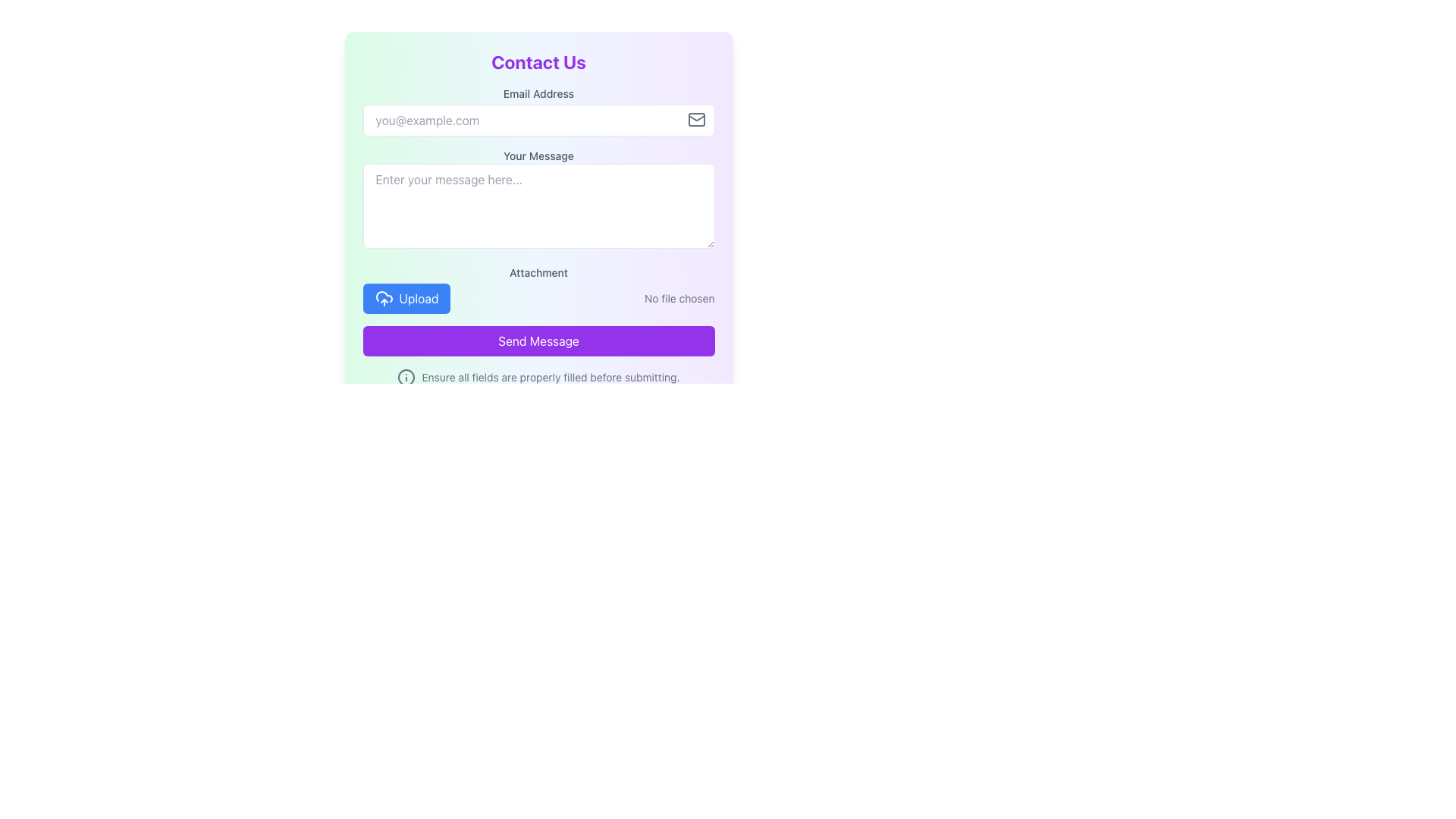 The image size is (1456, 819). Describe the element at coordinates (538, 271) in the screenshot. I see `the label that provides a textual description for the file upload functionality, located centrally at the top edge of the file upload section, above the 'Upload' button` at that location.